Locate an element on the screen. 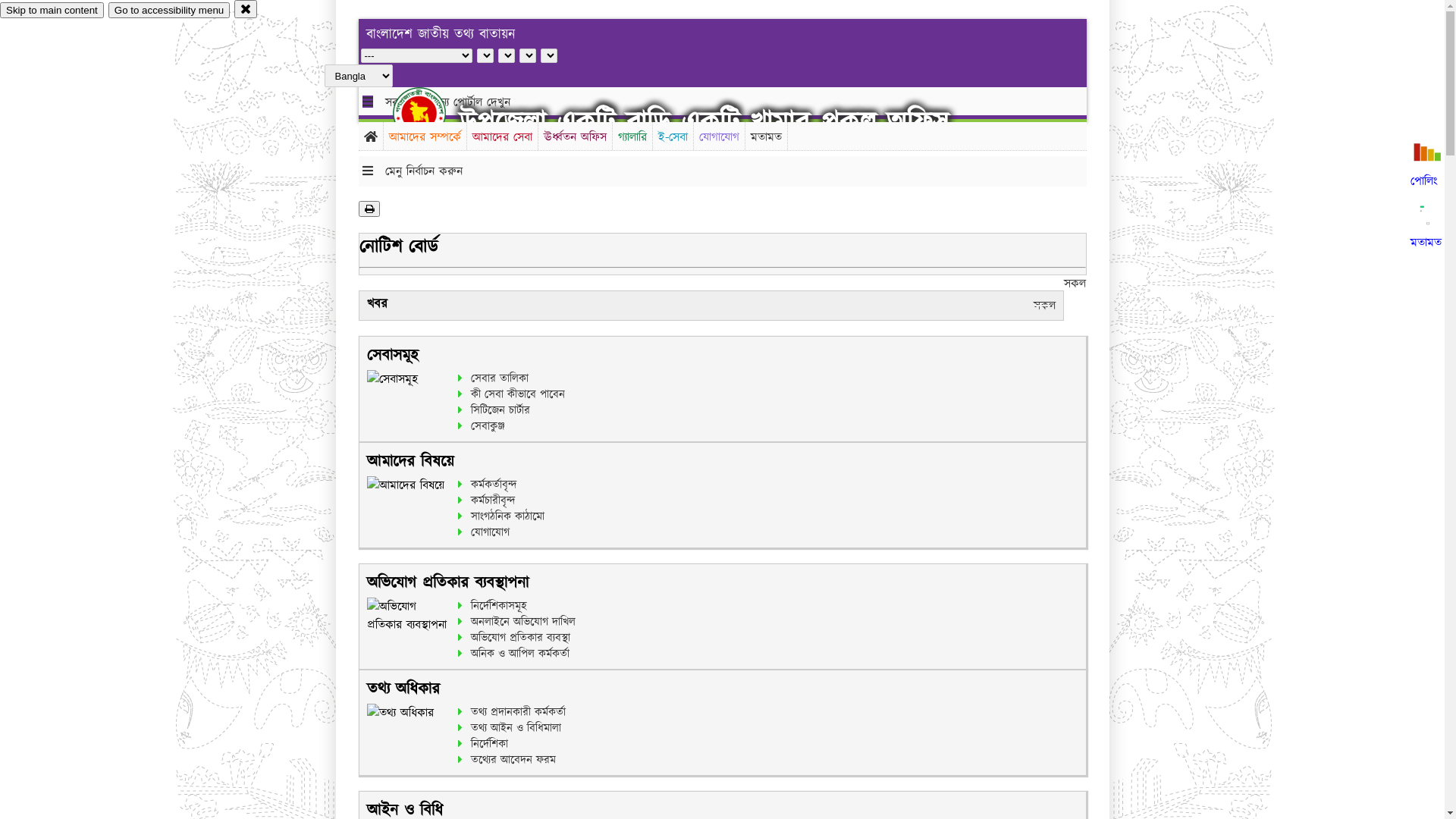  'close' is located at coordinates (246, 8).